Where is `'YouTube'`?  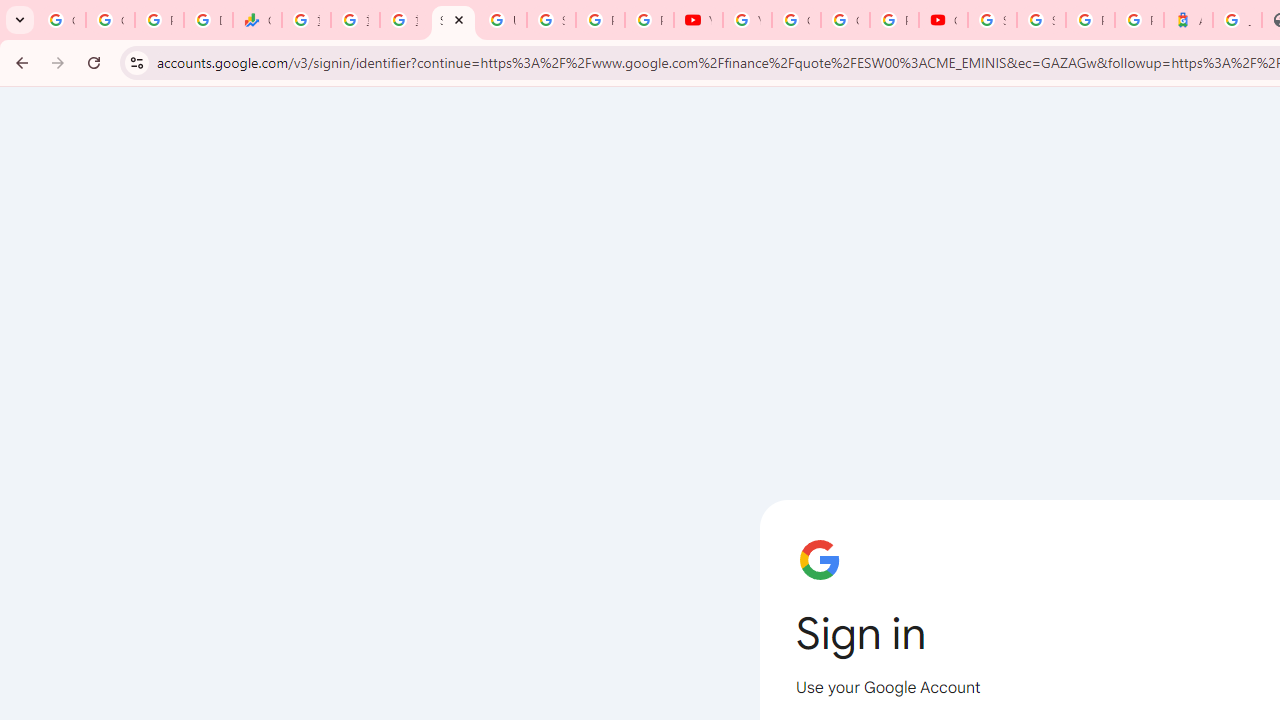
'YouTube' is located at coordinates (698, 20).